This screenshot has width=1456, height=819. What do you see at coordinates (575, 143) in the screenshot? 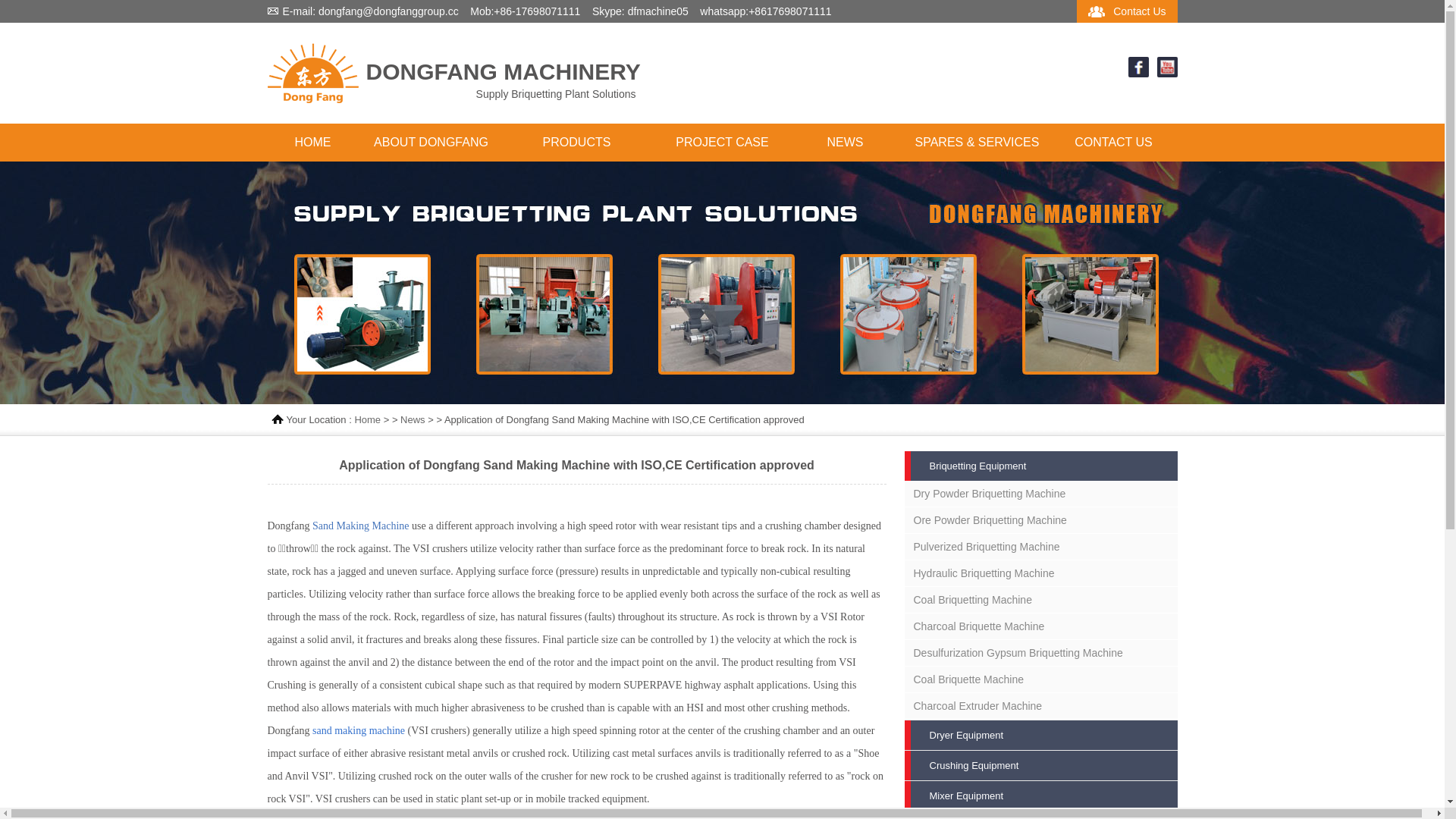
I see `'PRODUCTS'` at bounding box center [575, 143].